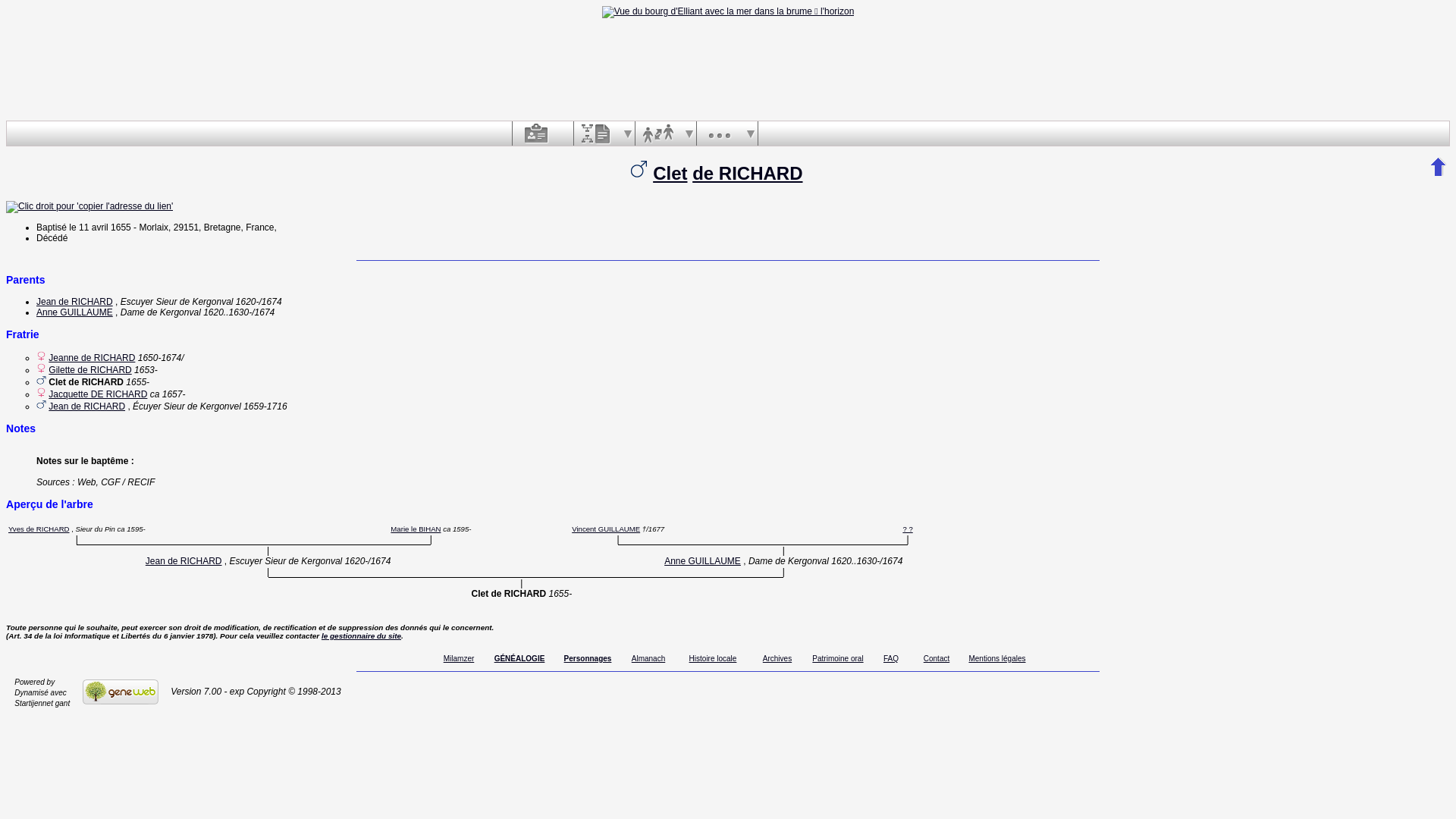 The height and width of the screenshot is (819, 1456). I want to click on 'Gilette de RICHARD', so click(89, 370).